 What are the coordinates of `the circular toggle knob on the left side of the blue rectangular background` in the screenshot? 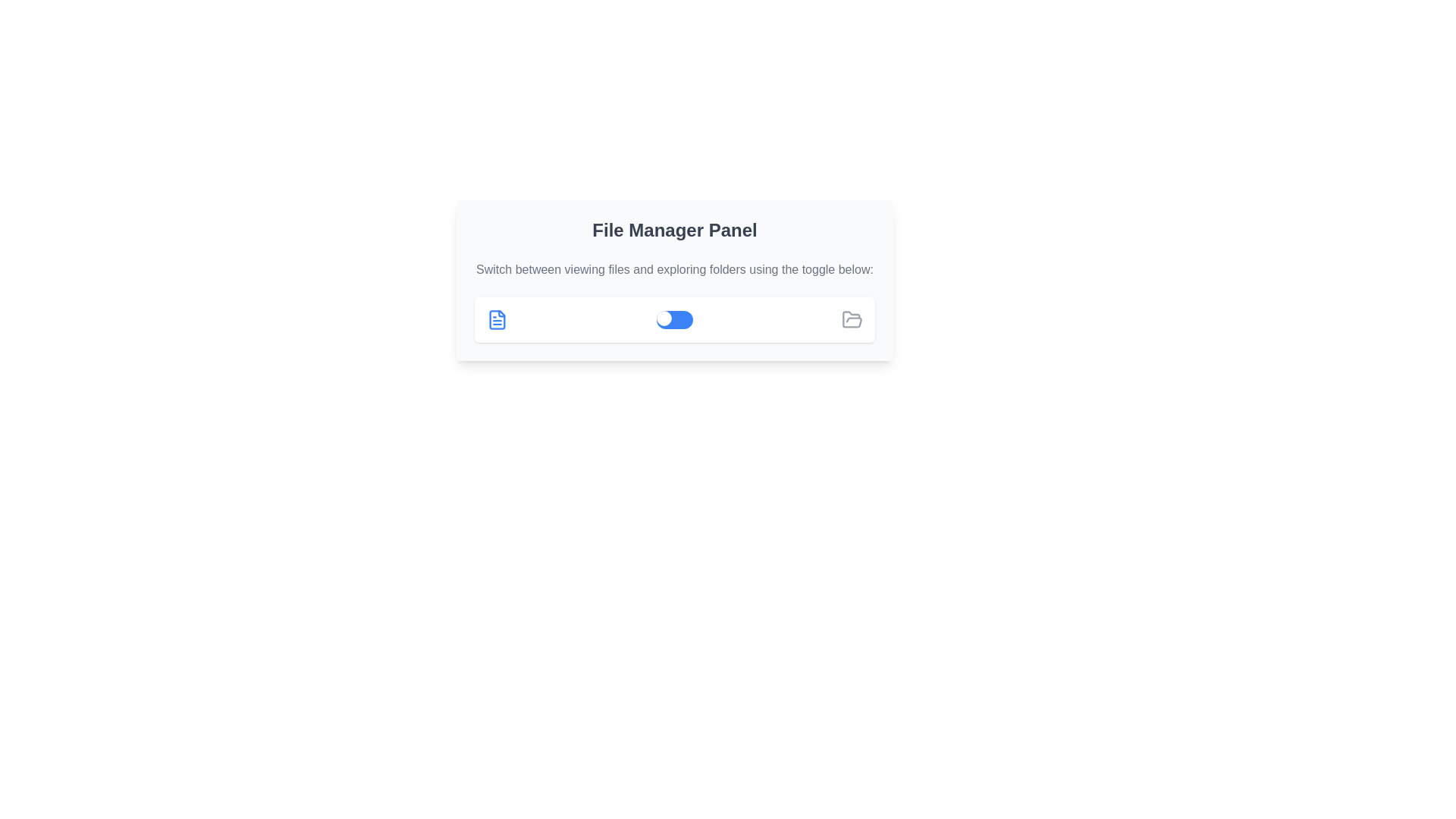 It's located at (664, 318).